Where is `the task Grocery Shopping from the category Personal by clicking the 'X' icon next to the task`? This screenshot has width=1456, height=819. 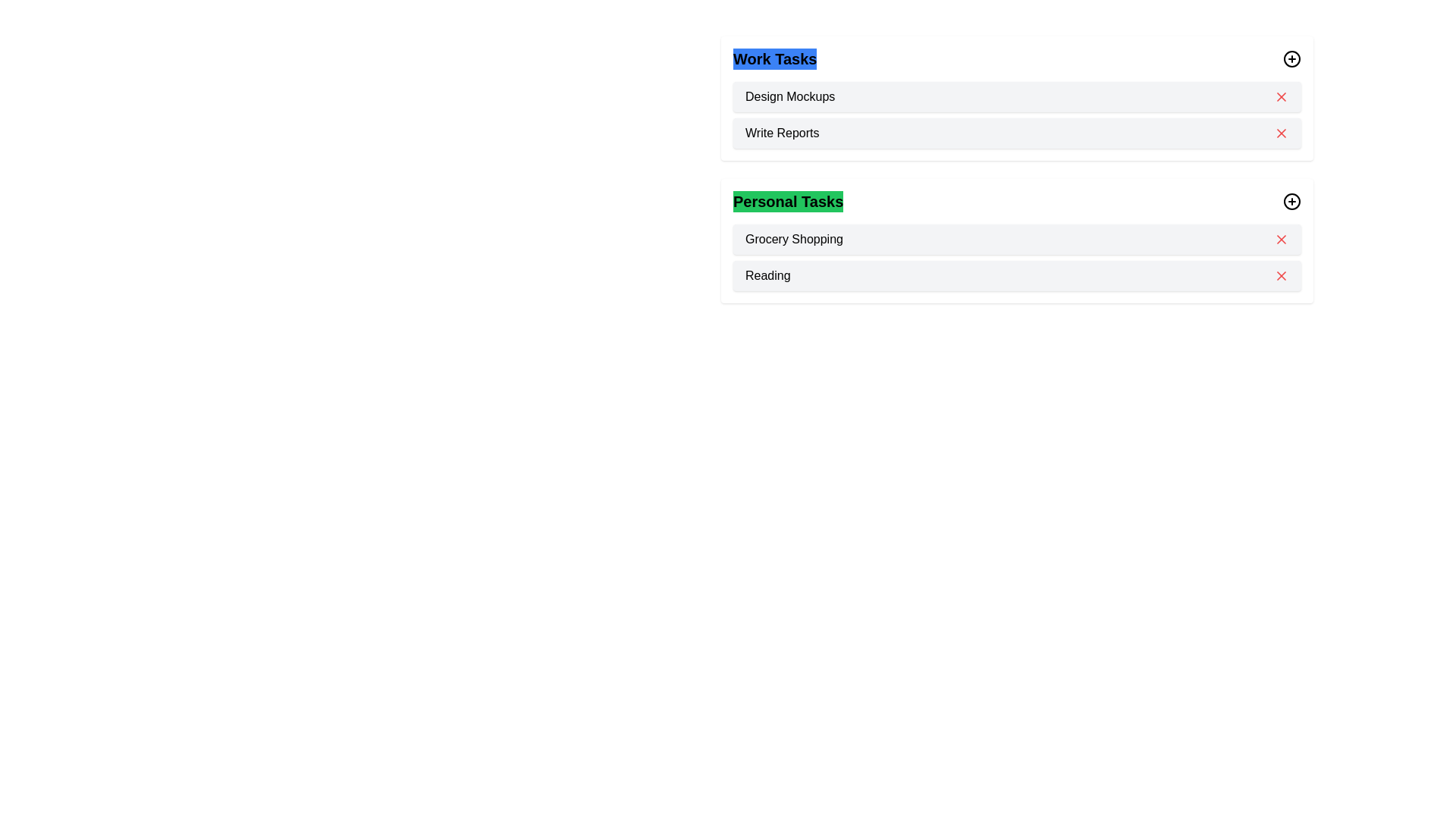
the task Grocery Shopping from the category Personal by clicking the 'X' icon next to the task is located at coordinates (1280, 239).